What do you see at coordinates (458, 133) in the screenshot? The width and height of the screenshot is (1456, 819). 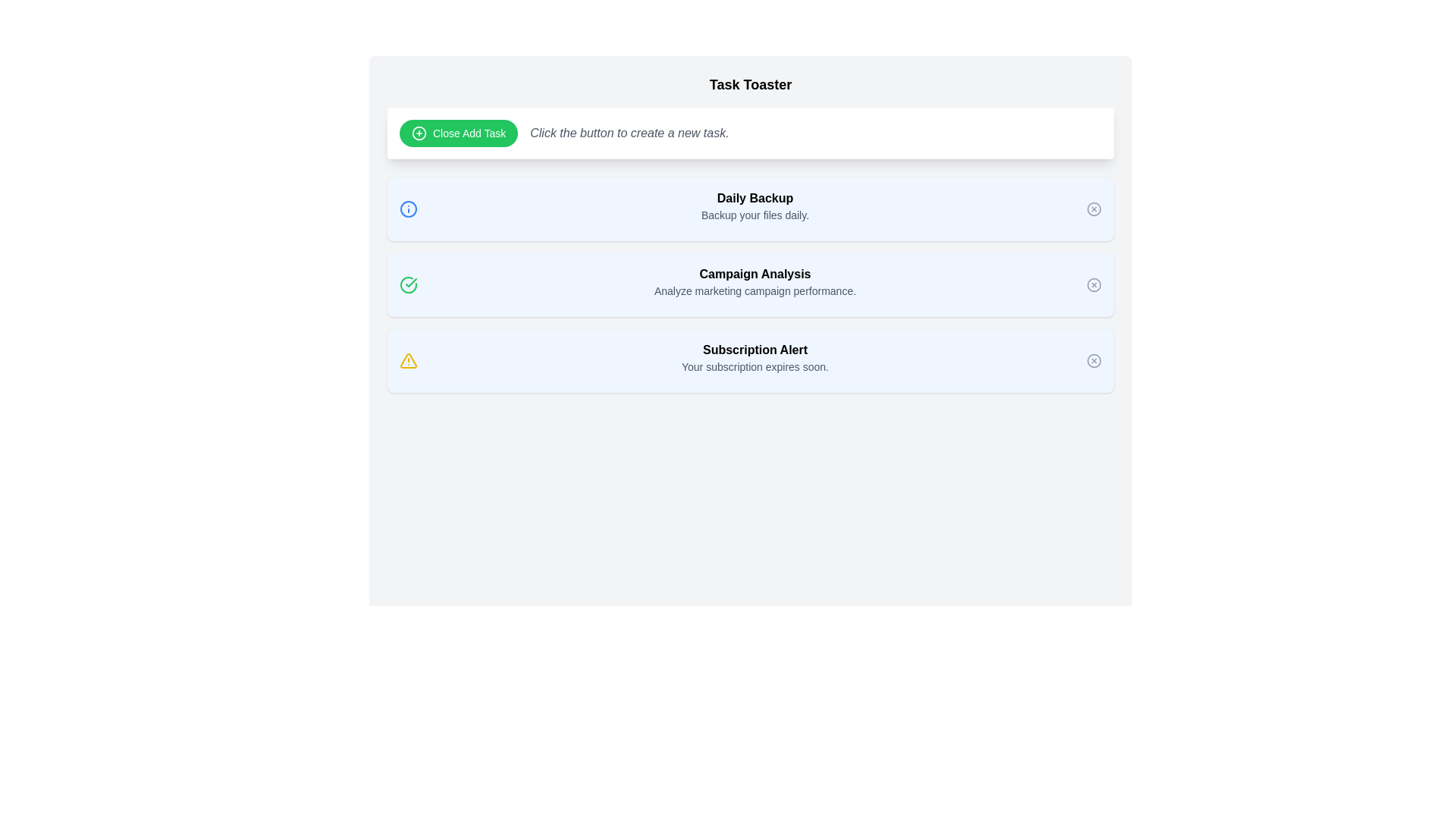 I see `the green button labeled 'Close Add Task' with a plus icon` at bounding box center [458, 133].